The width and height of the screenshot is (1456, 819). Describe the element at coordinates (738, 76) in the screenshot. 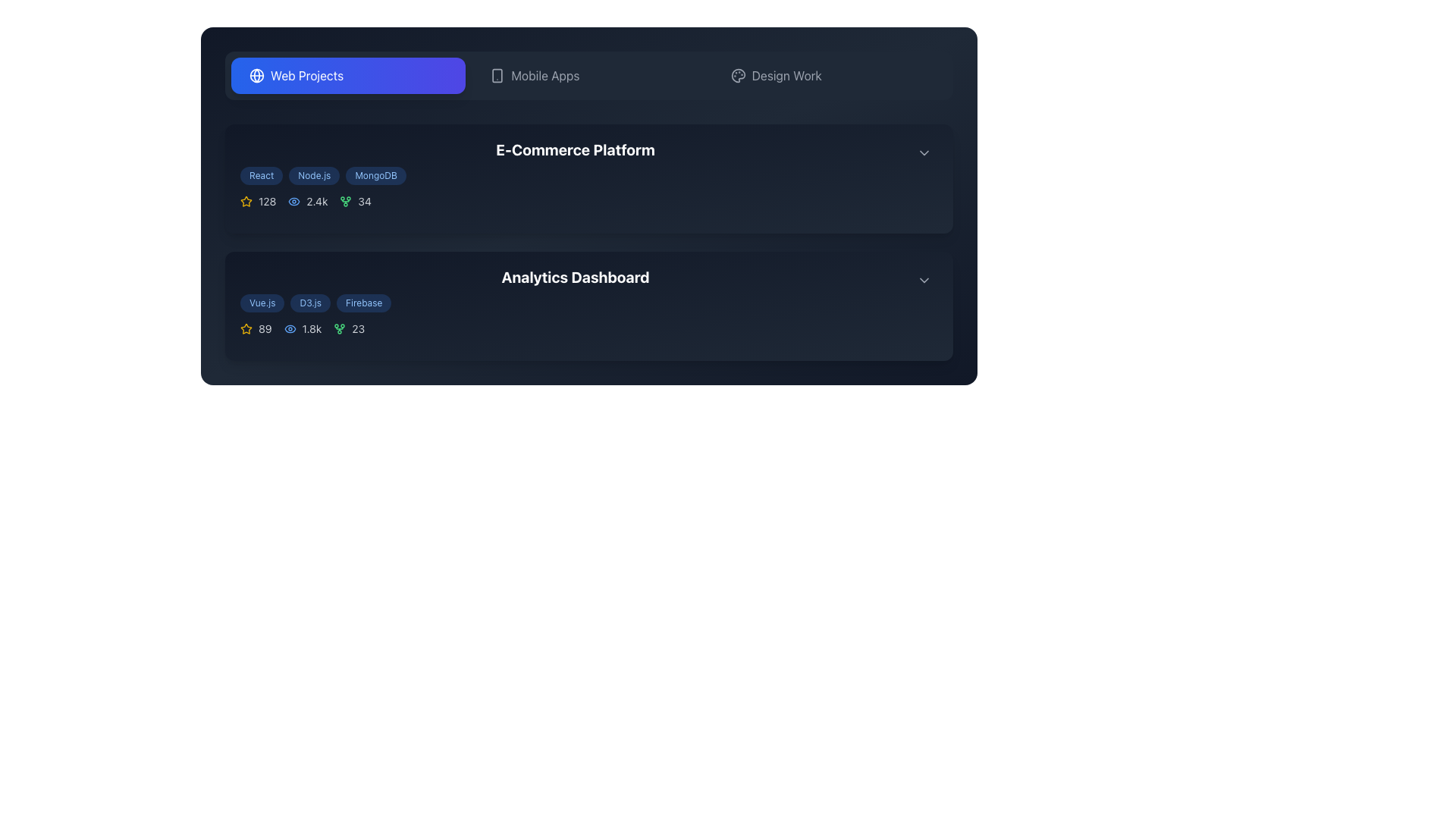

I see `the design-related icon in the top-right corner of the interface` at that location.